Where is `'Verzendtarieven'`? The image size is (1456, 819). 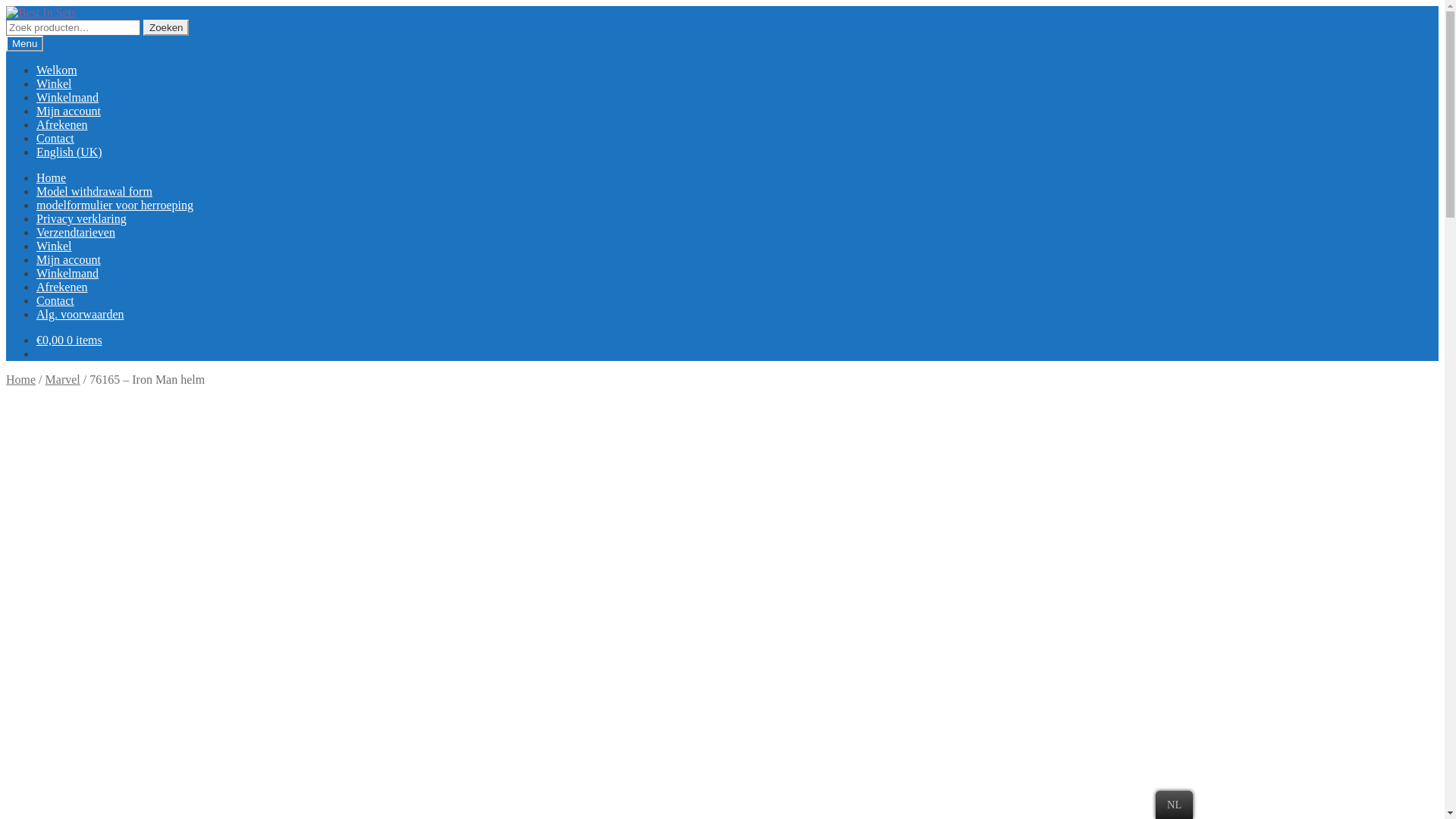
'Verzendtarieven' is located at coordinates (75, 232).